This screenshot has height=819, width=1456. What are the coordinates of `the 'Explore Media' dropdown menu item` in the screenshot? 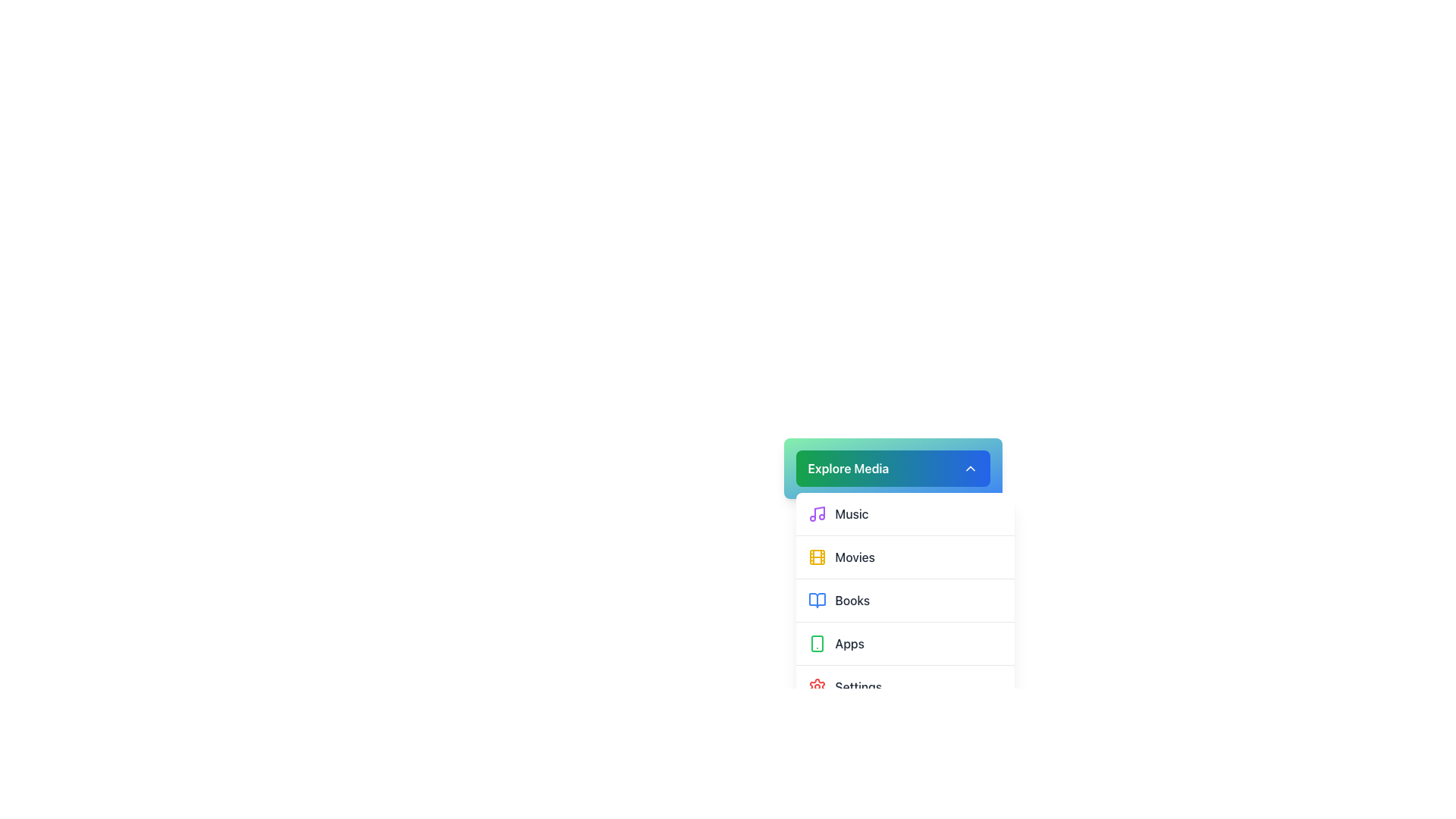 It's located at (855, 557).